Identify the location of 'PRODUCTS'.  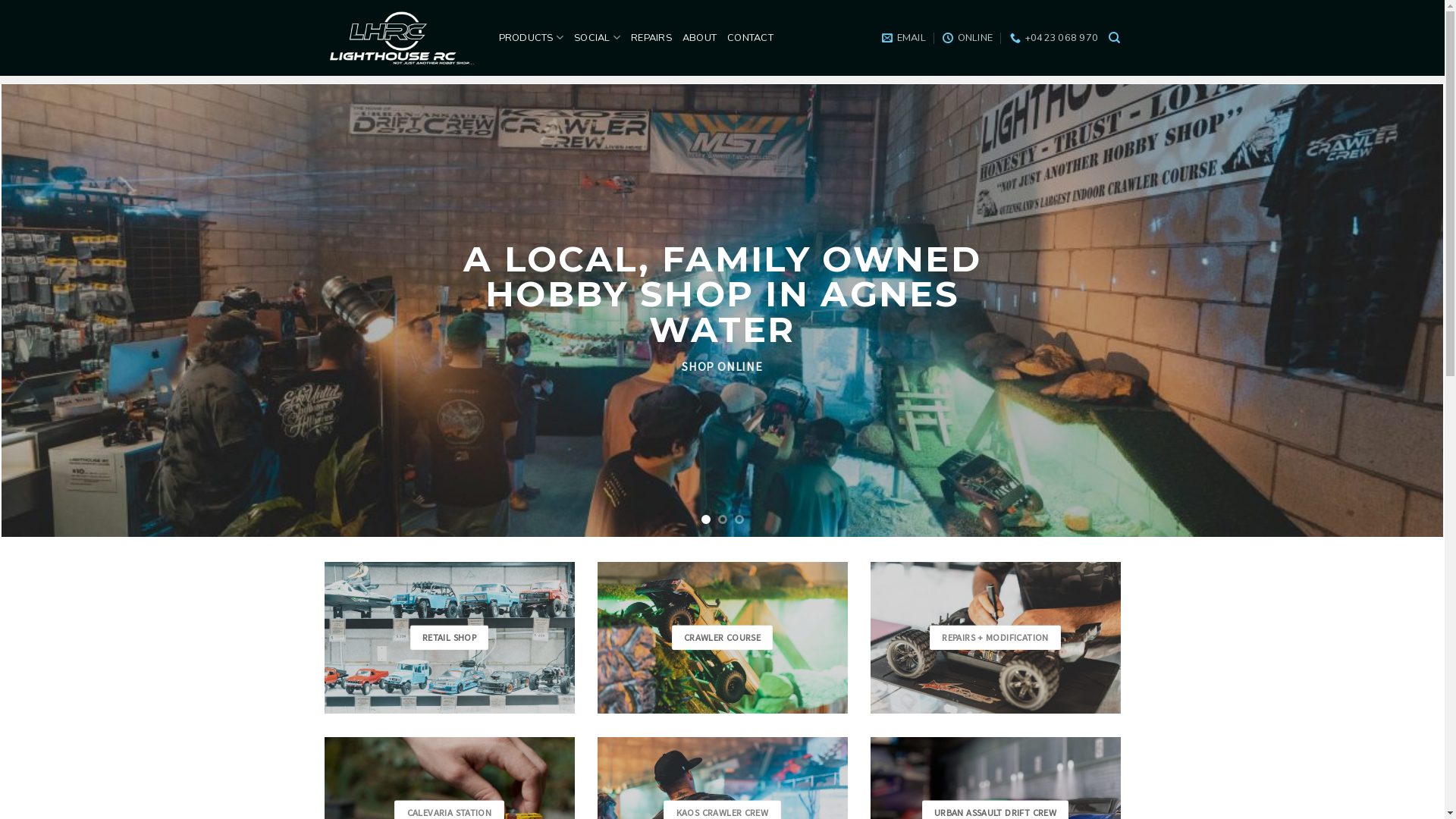
(498, 36).